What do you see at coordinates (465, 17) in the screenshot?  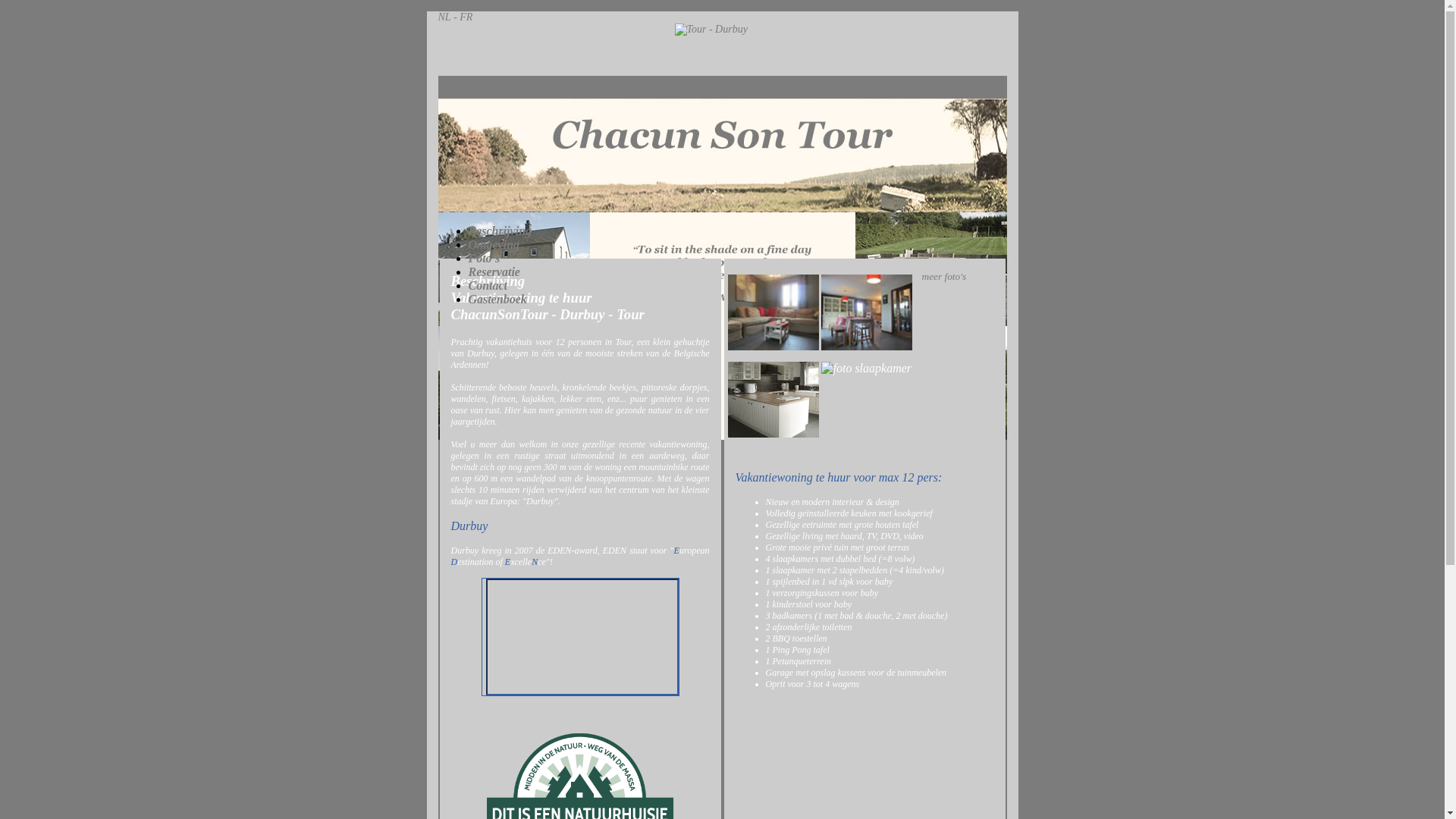 I see `'FR'` at bounding box center [465, 17].